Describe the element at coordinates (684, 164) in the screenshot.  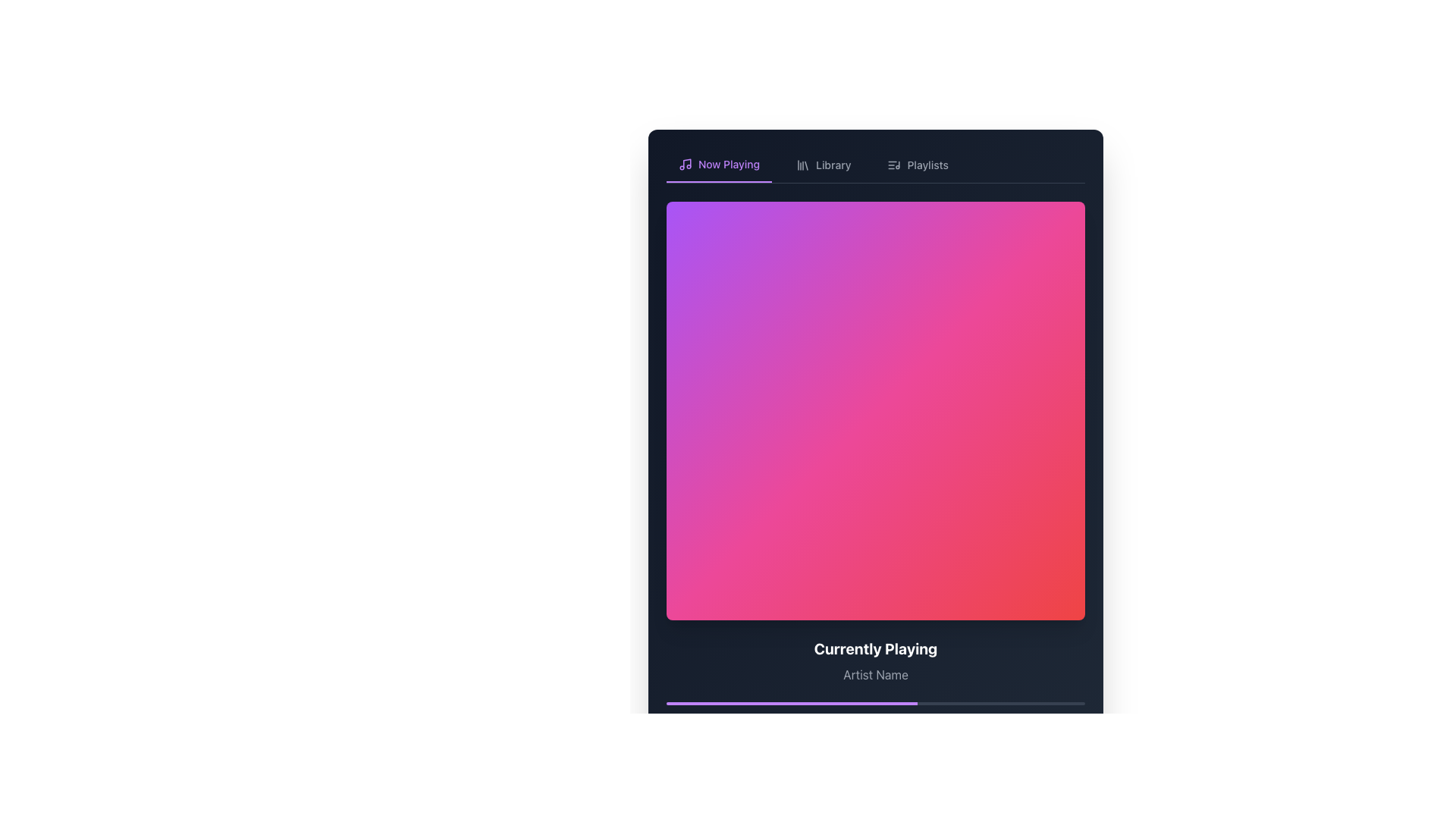
I see `the purple music note icon located to the left of the 'Now Playing' text in the top bar` at that location.